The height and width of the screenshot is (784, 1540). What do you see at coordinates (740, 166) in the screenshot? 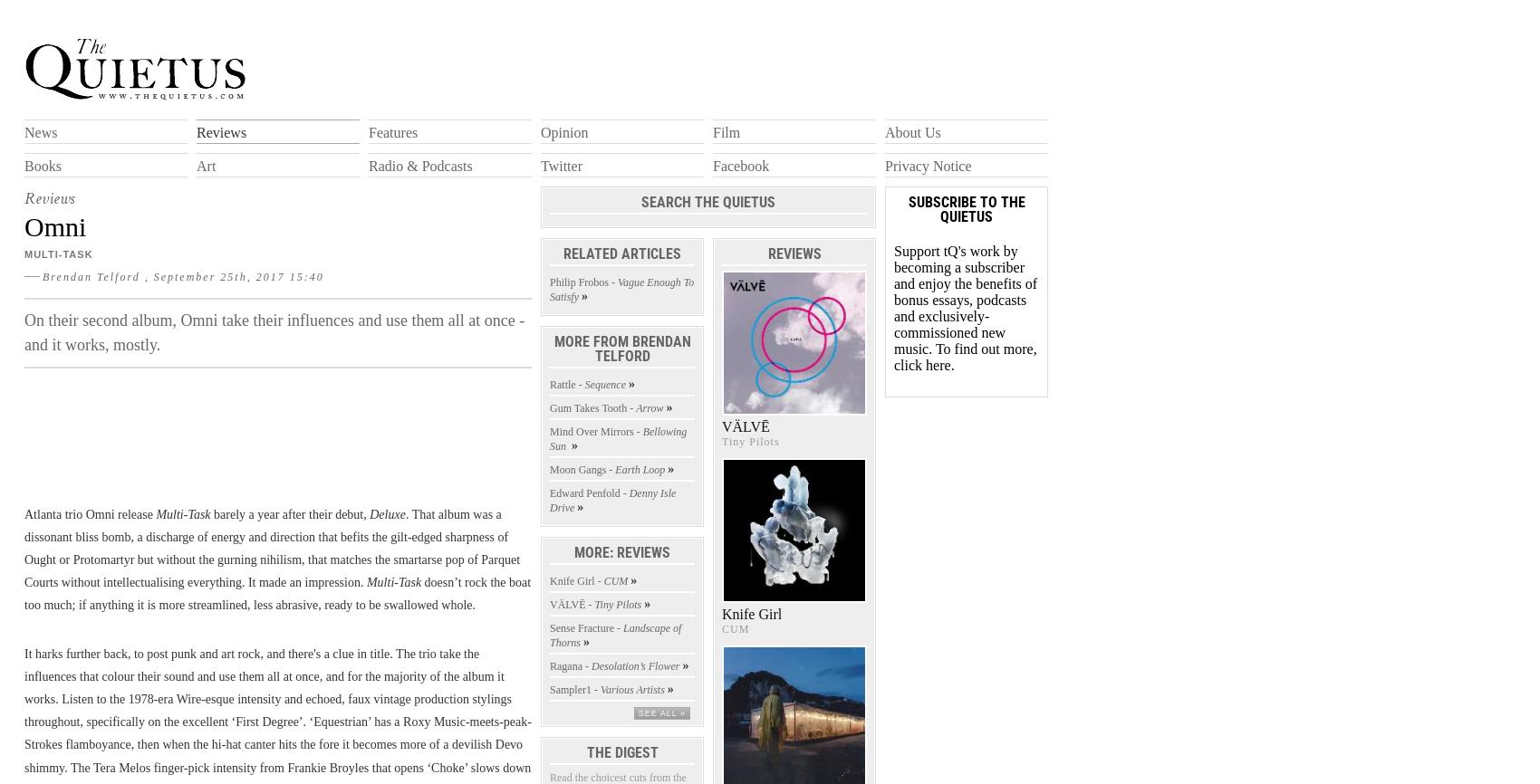
I see `'Facebook'` at bounding box center [740, 166].